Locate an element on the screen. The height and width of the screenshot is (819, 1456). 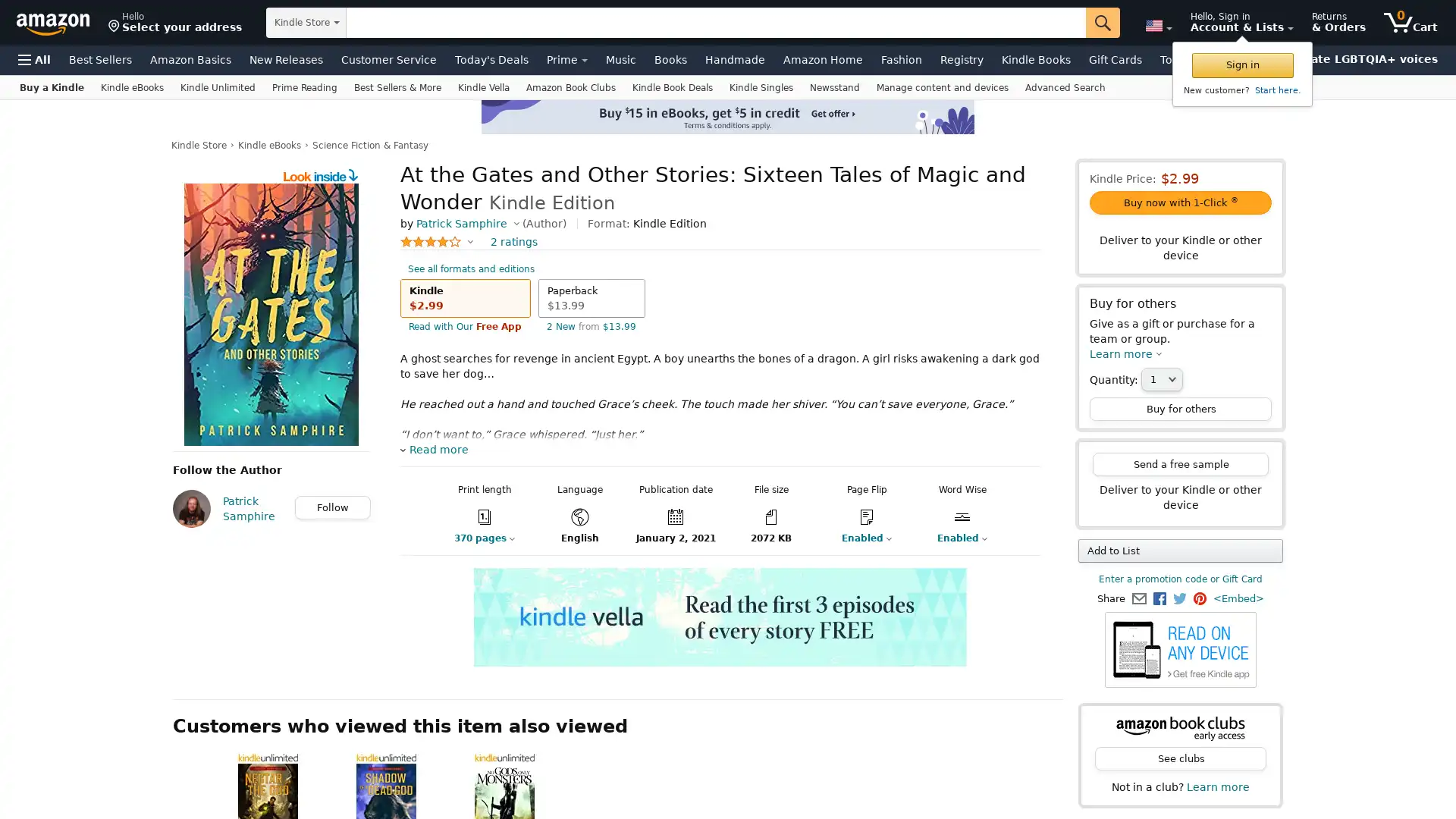
Enabled is located at coordinates (857, 537).